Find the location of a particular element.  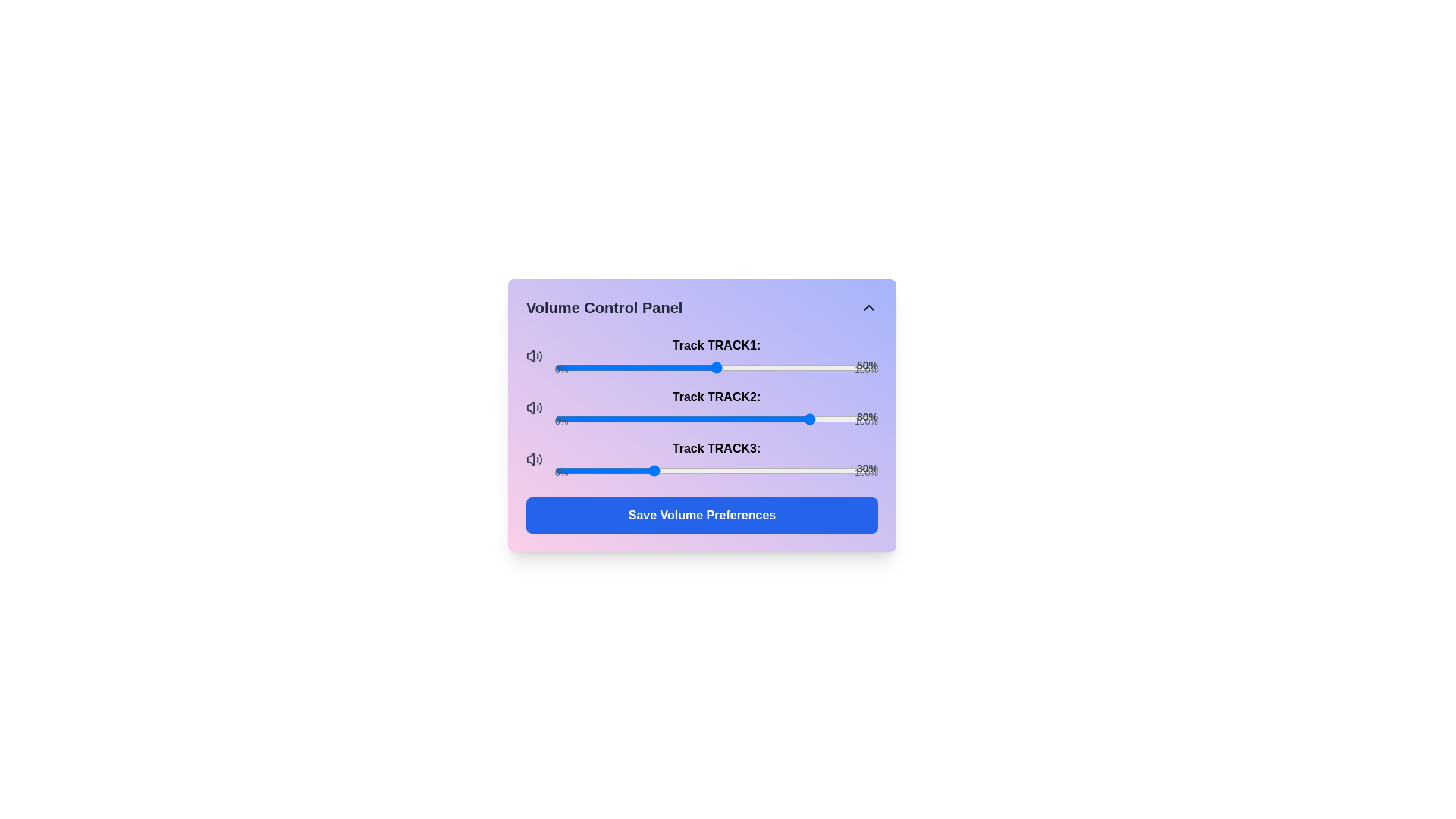

the small speaker icon, which is styled with a thin outline and located immediately to the left of the 'Track TRACK3:' label is located at coordinates (535, 458).